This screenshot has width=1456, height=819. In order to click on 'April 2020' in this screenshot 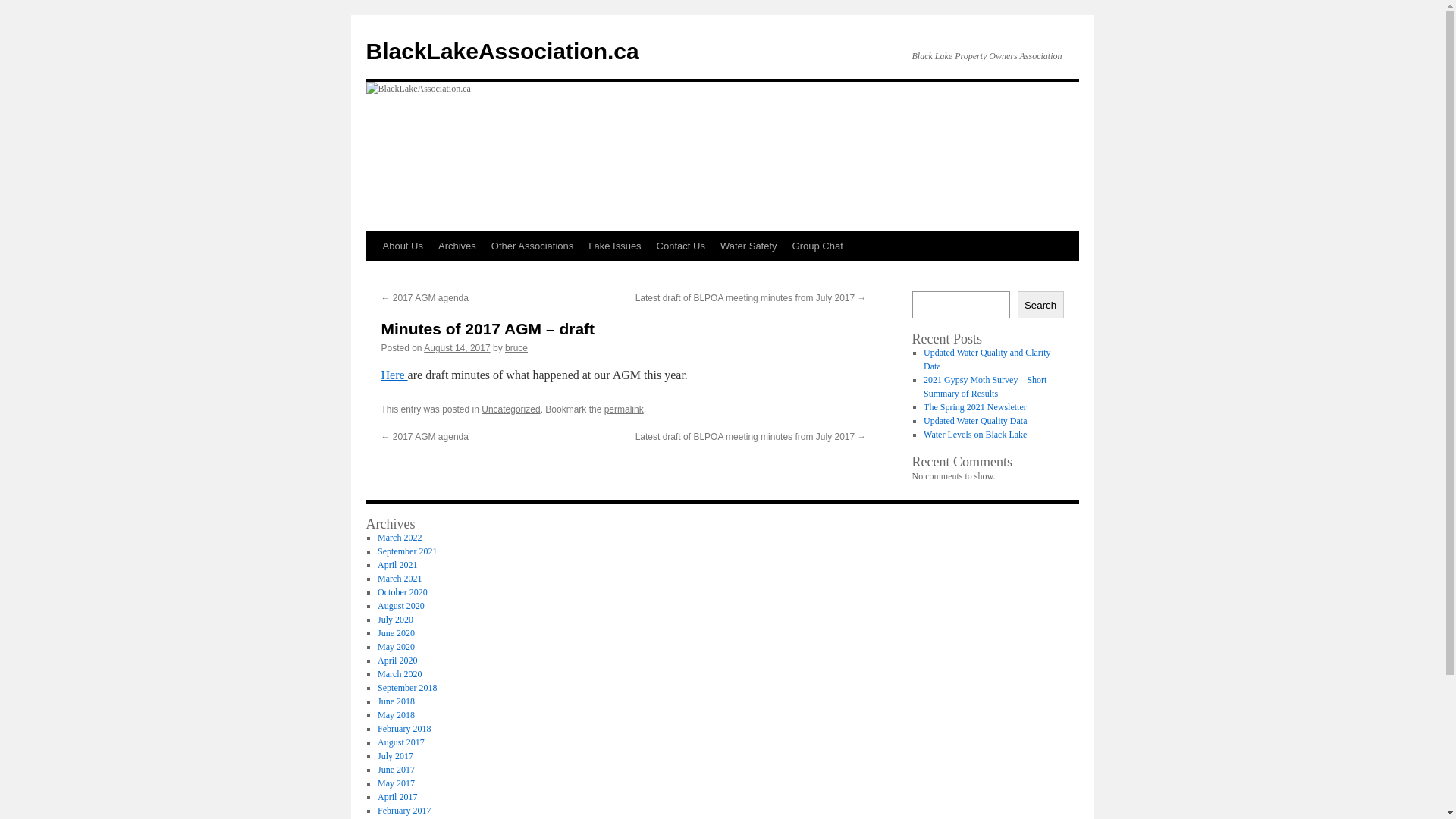, I will do `click(397, 660)`.